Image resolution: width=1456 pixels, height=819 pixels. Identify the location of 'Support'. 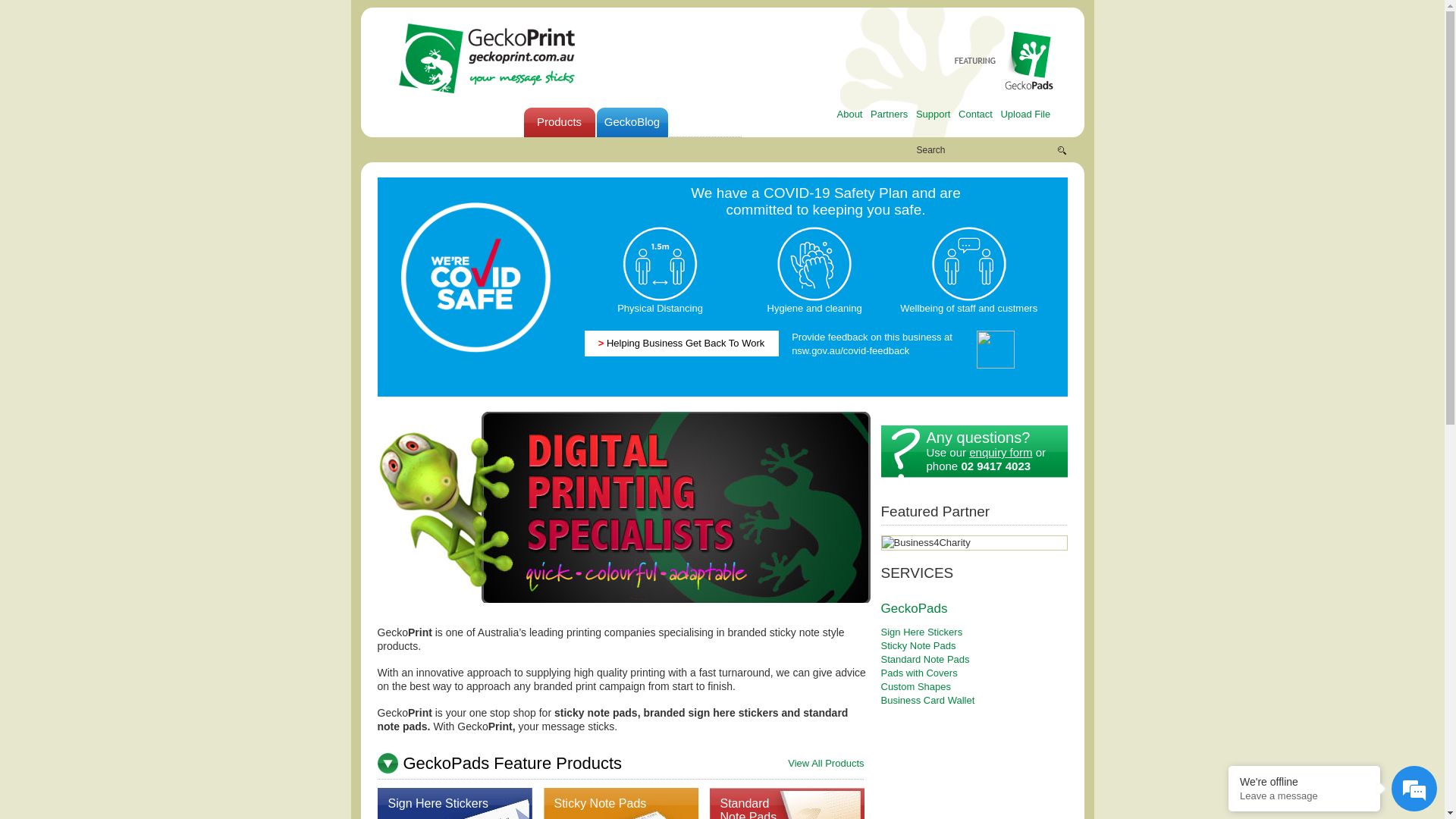
(932, 113).